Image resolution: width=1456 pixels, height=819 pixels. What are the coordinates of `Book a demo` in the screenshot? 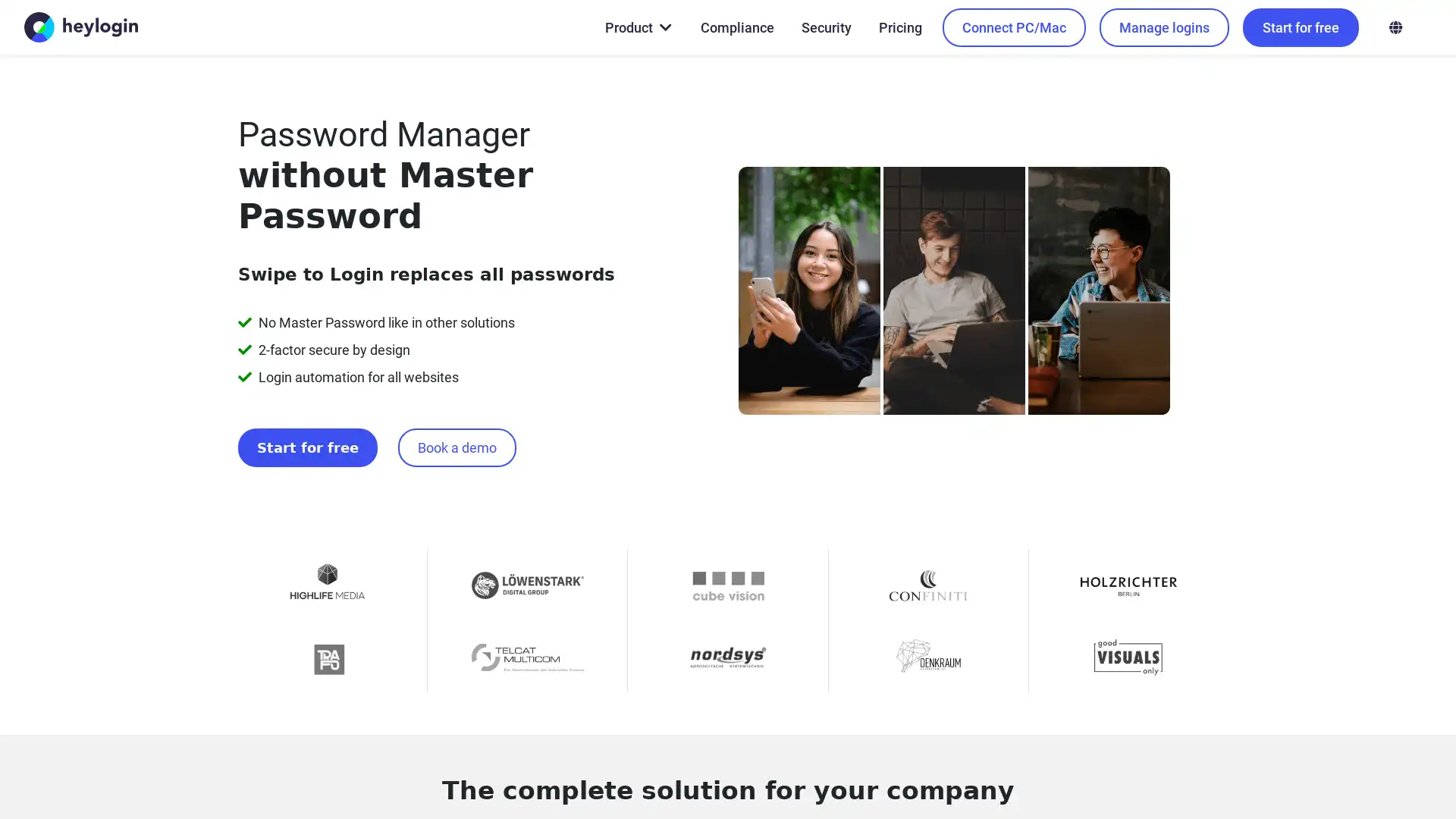 It's located at (432, 406).